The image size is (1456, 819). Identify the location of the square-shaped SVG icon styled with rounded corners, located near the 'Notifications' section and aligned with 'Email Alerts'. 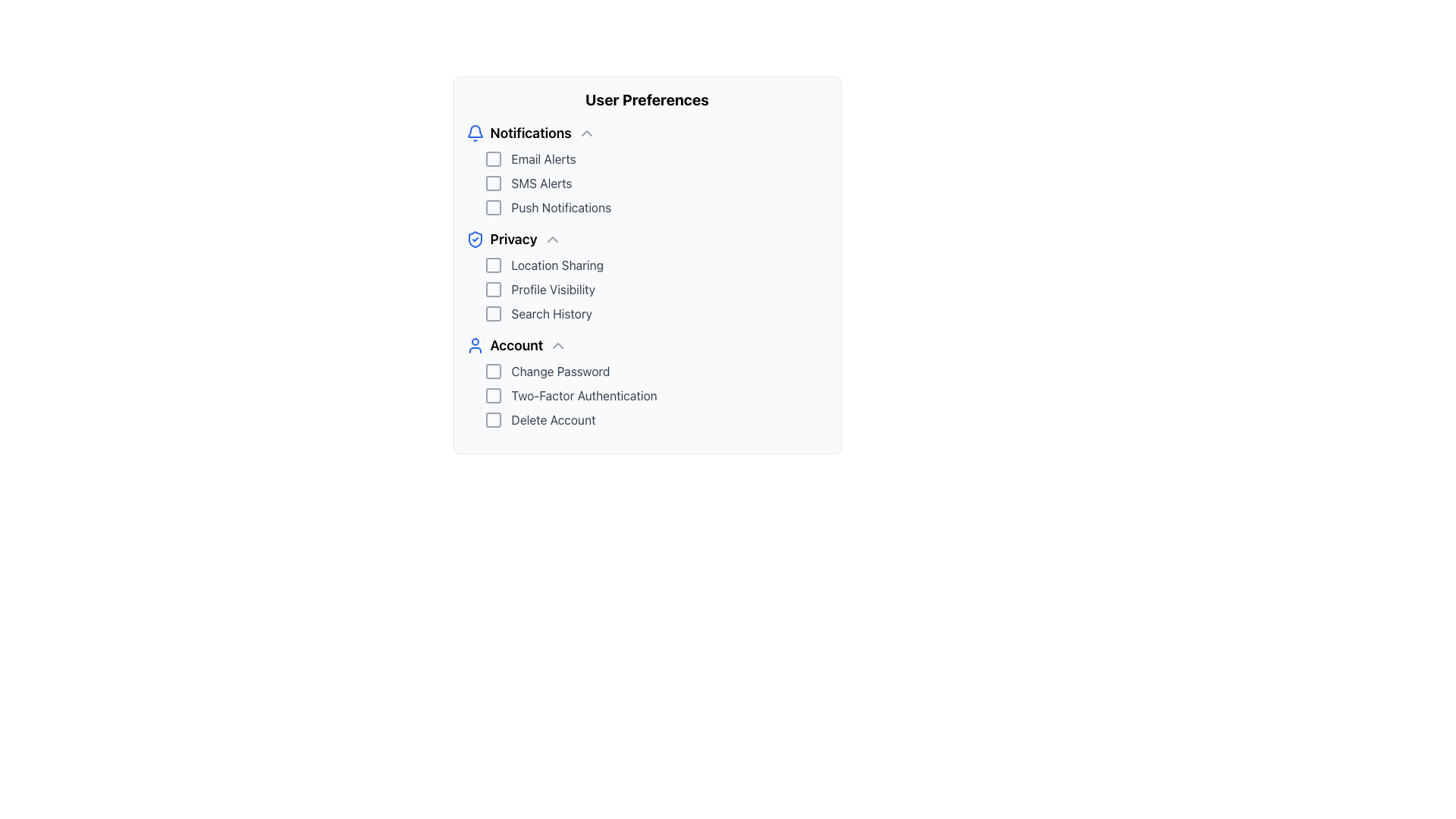
(493, 158).